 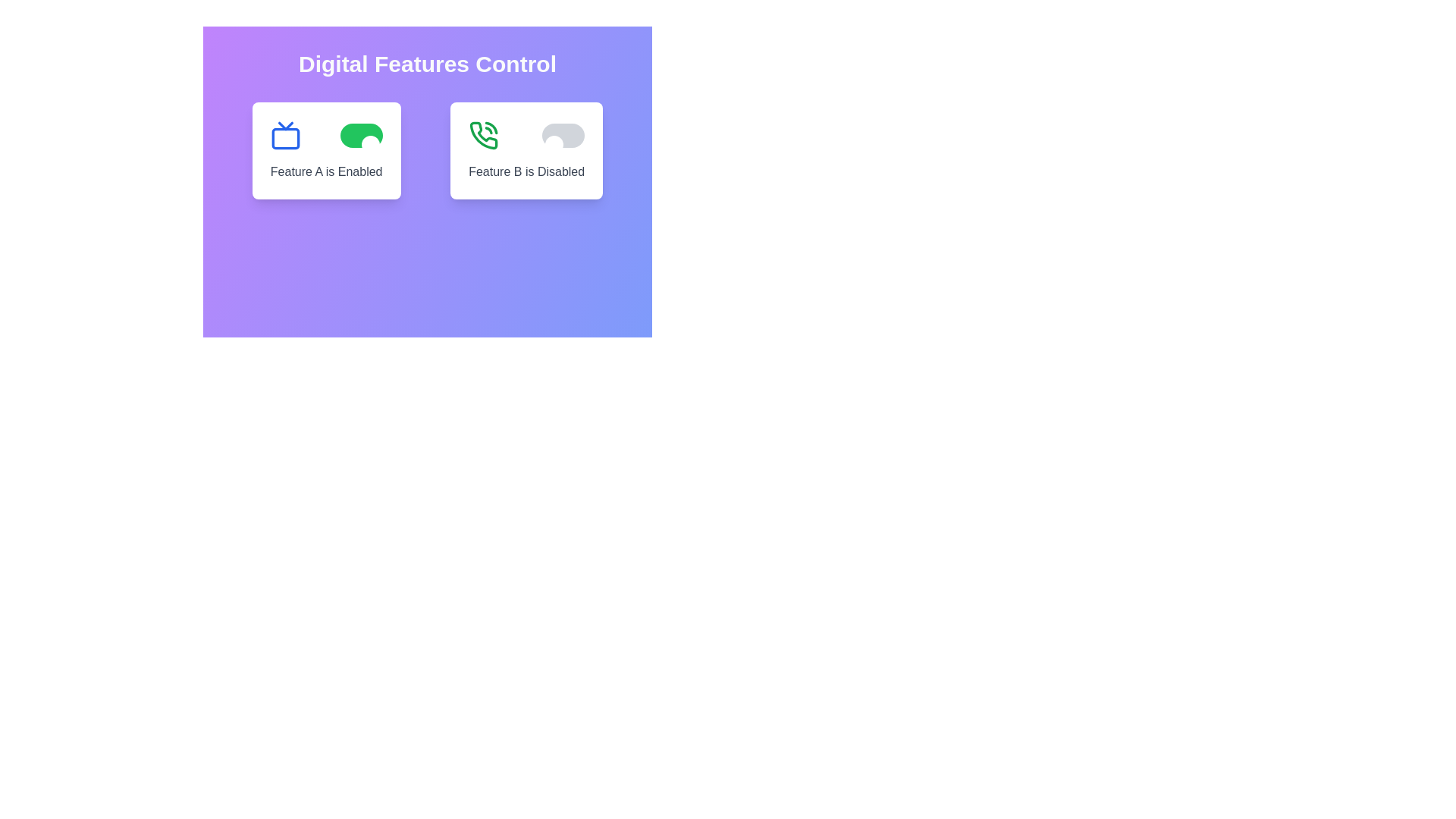 What do you see at coordinates (325, 134) in the screenshot?
I see `the toggle switch within the Compound element located in the card labeled 'Feature A is Enabled' to change its state` at bounding box center [325, 134].